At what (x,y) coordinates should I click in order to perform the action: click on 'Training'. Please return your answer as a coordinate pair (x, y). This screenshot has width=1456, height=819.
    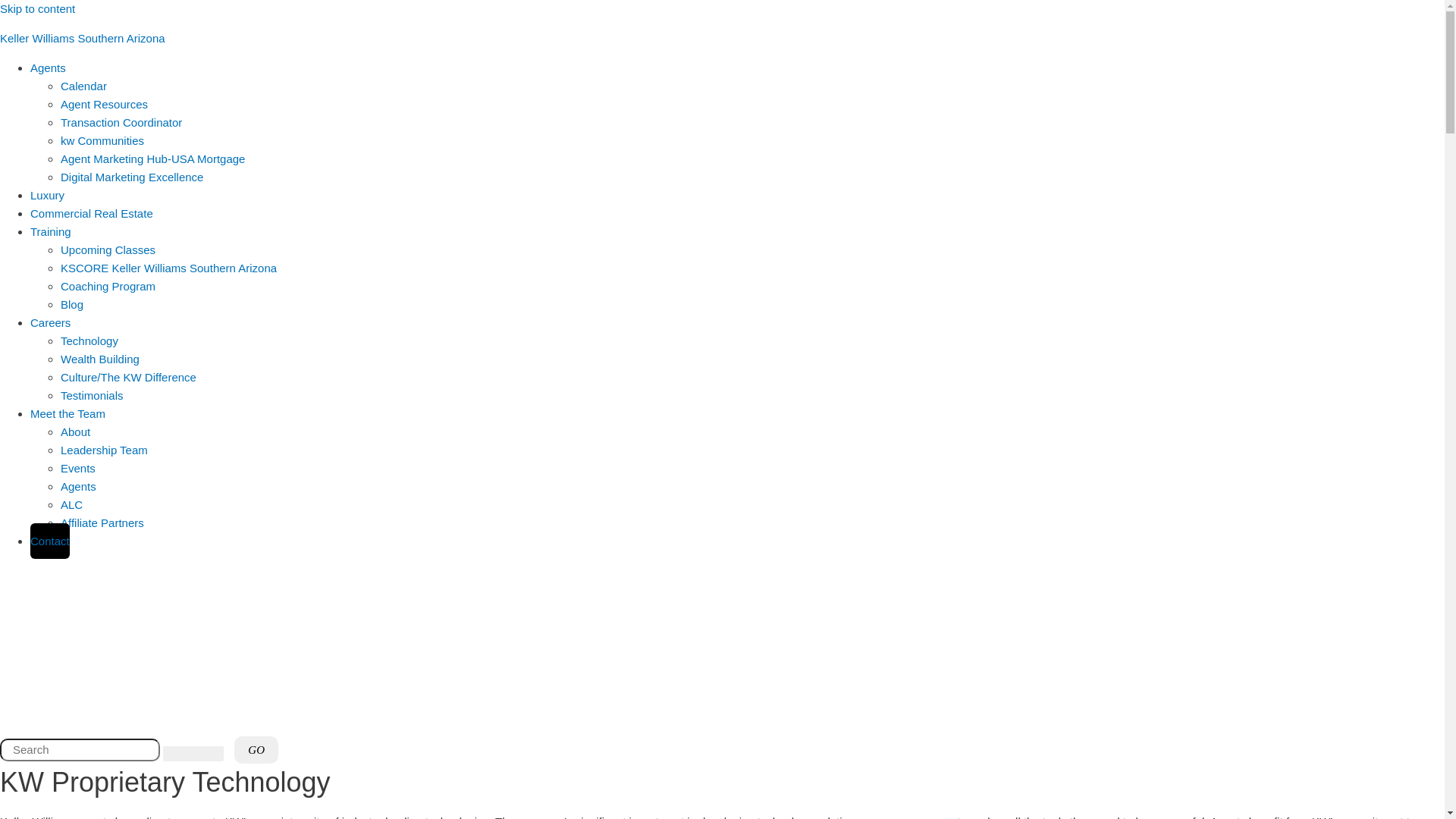
    Looking at the image, I should click on (30, 231).